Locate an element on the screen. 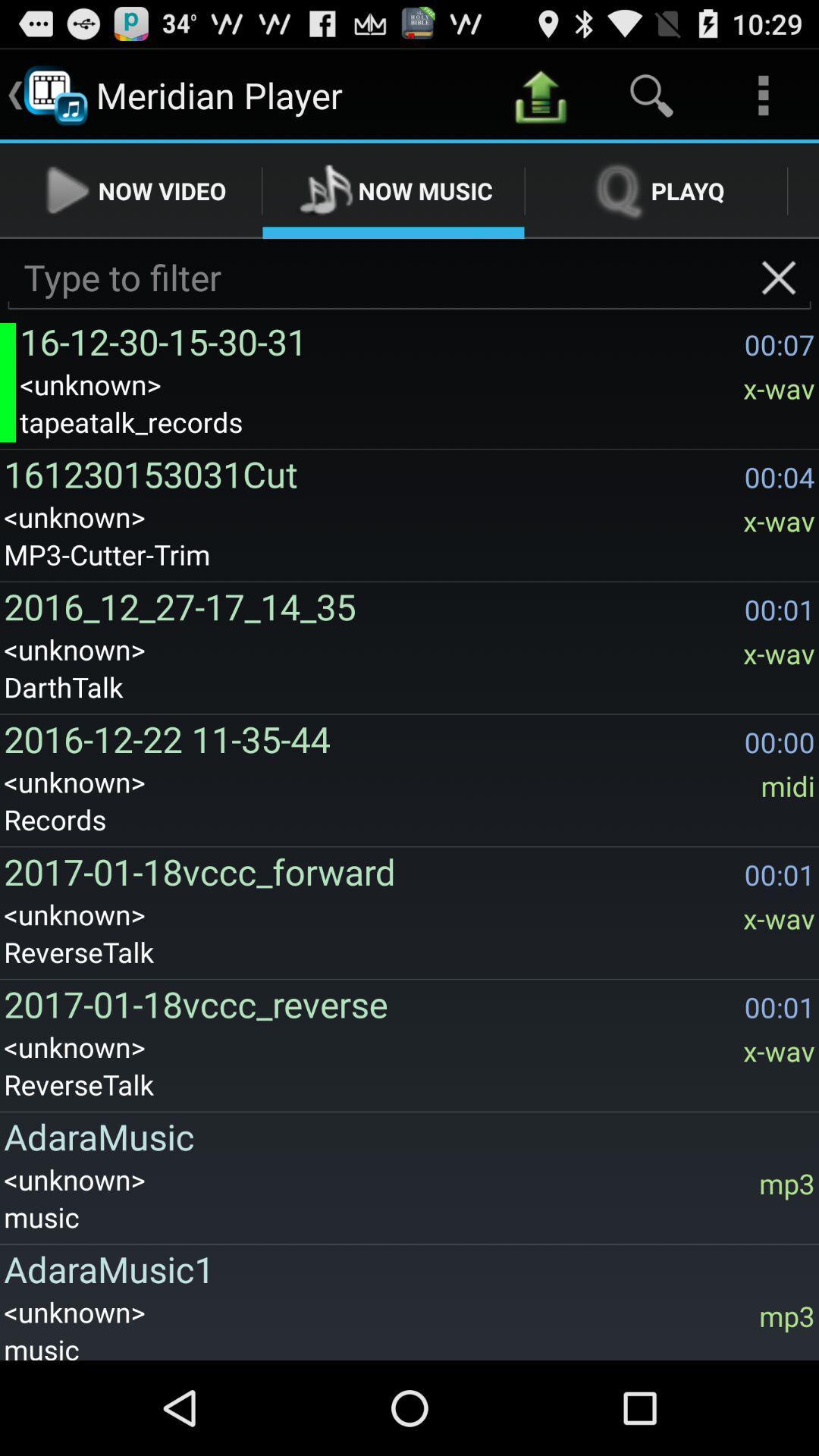 The width and height of the screenshot is (819, 1456). the midi item is located at coordinates (787, 786).